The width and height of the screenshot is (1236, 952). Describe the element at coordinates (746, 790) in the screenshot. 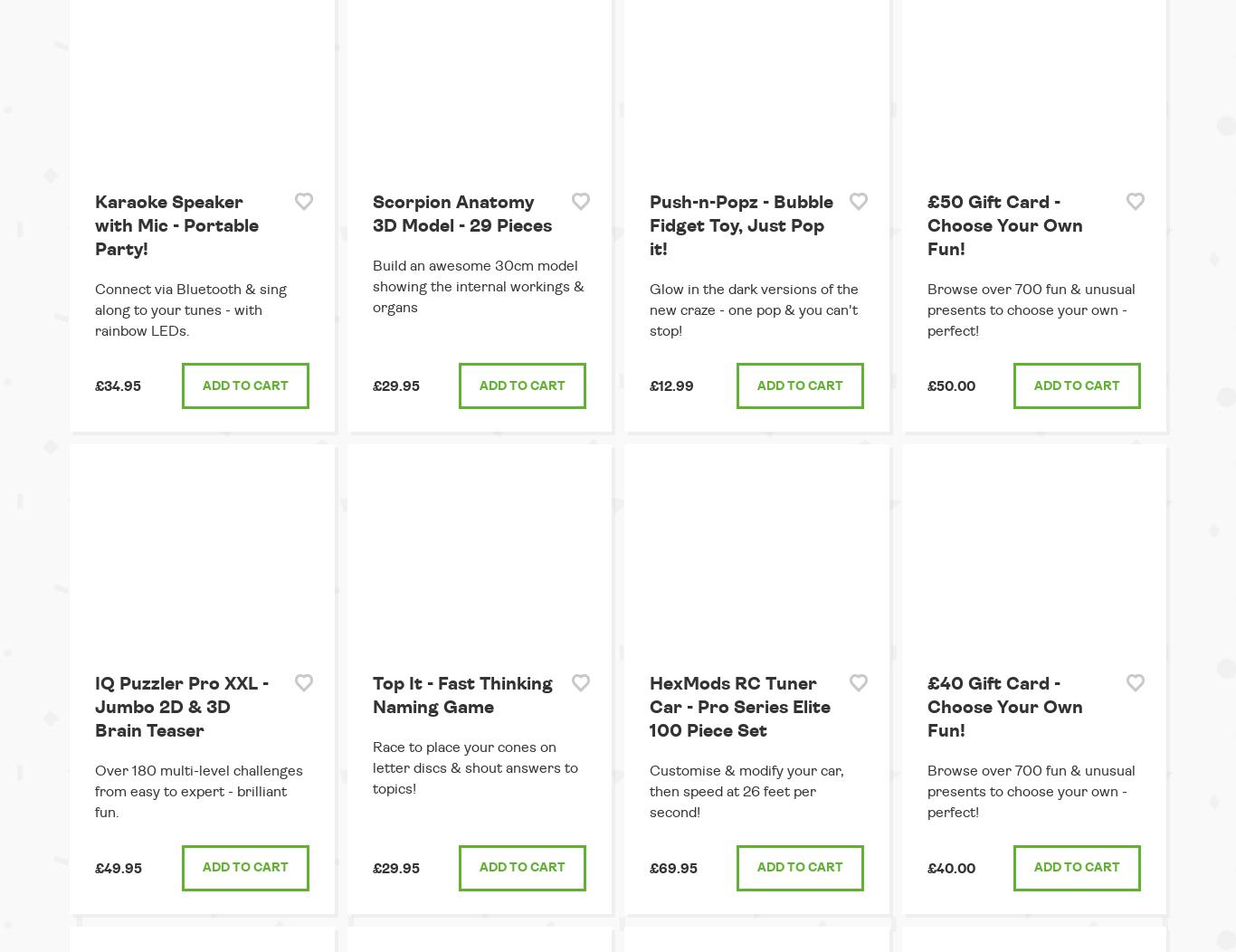

I see `'Customise & modify your car, then speed at 26 feet per second!'` at that location.